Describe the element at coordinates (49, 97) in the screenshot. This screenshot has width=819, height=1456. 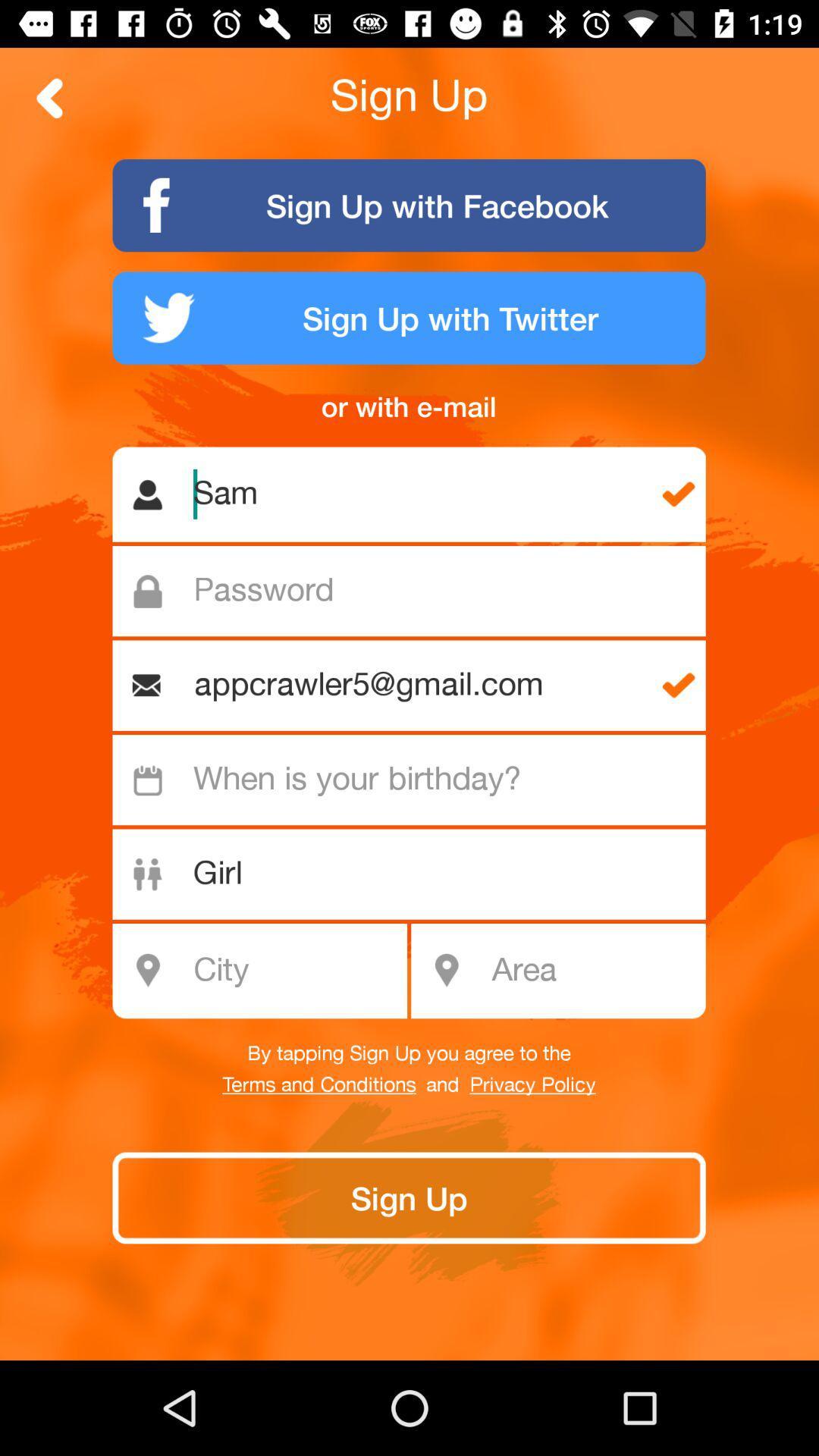
I see `the arrow_backward icon` at that location.